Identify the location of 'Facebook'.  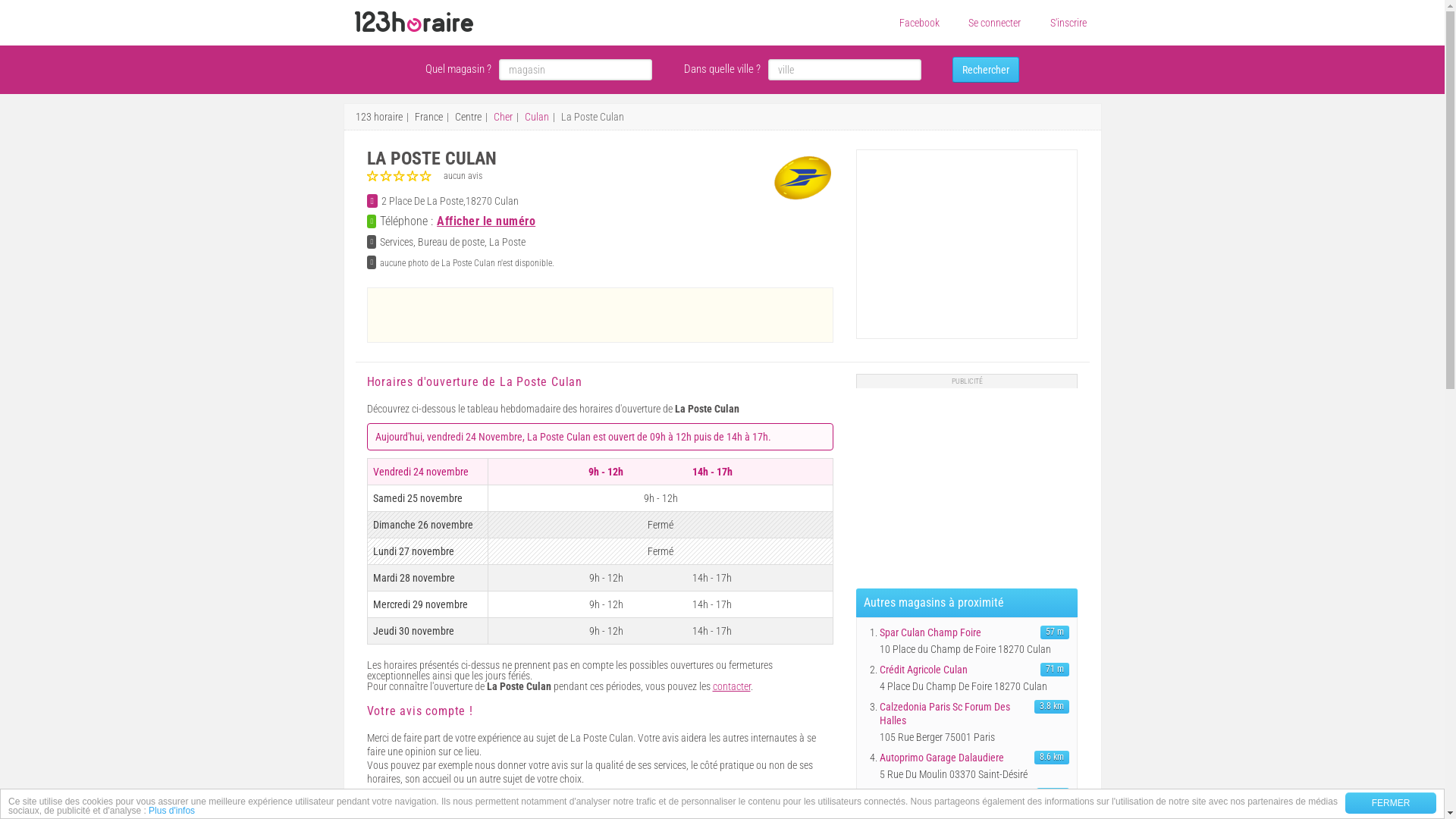
(918, 23).